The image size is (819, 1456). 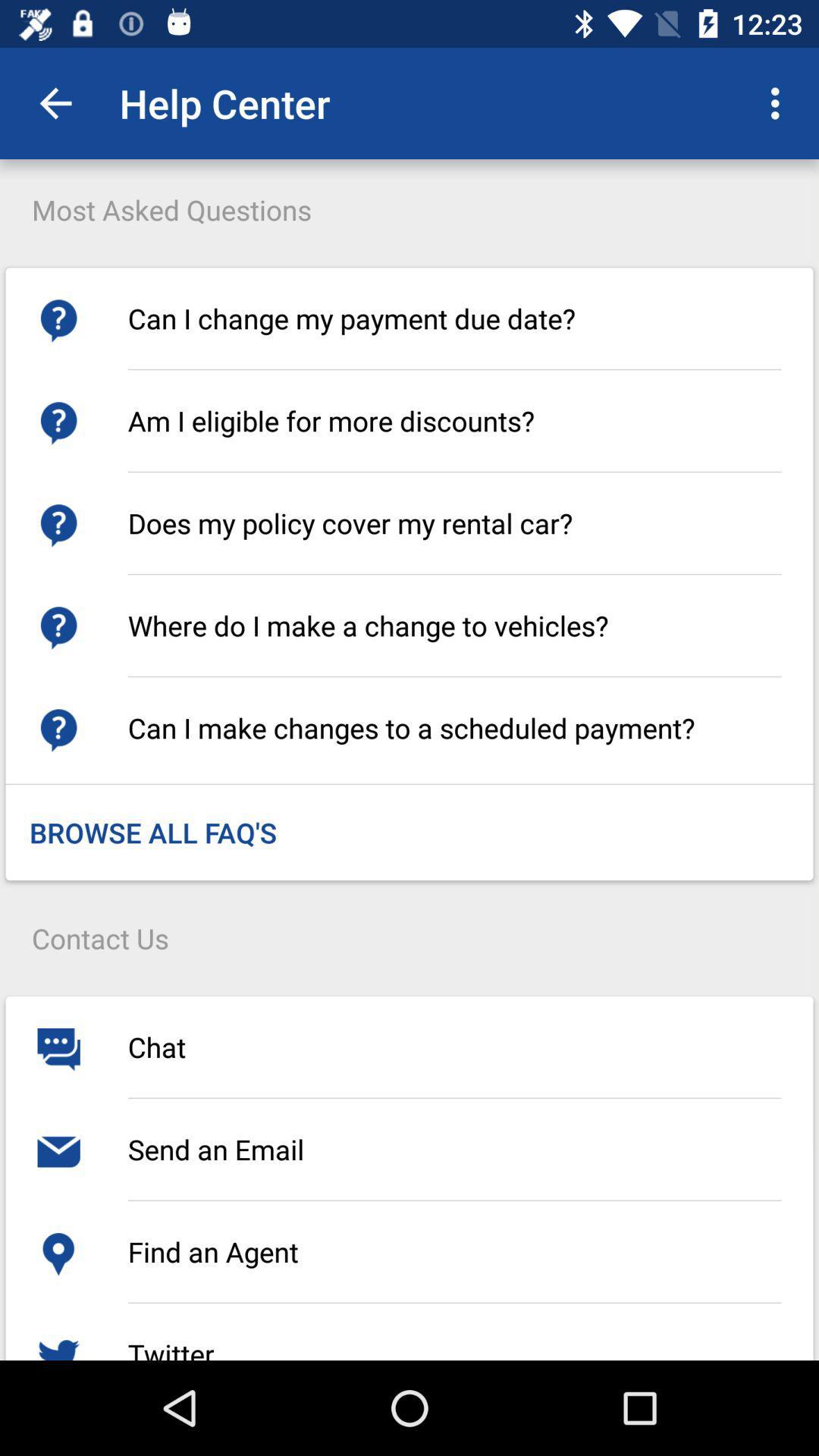 I want to click on the icon to the right of the most asked questions item, so click(x=779, y=102).